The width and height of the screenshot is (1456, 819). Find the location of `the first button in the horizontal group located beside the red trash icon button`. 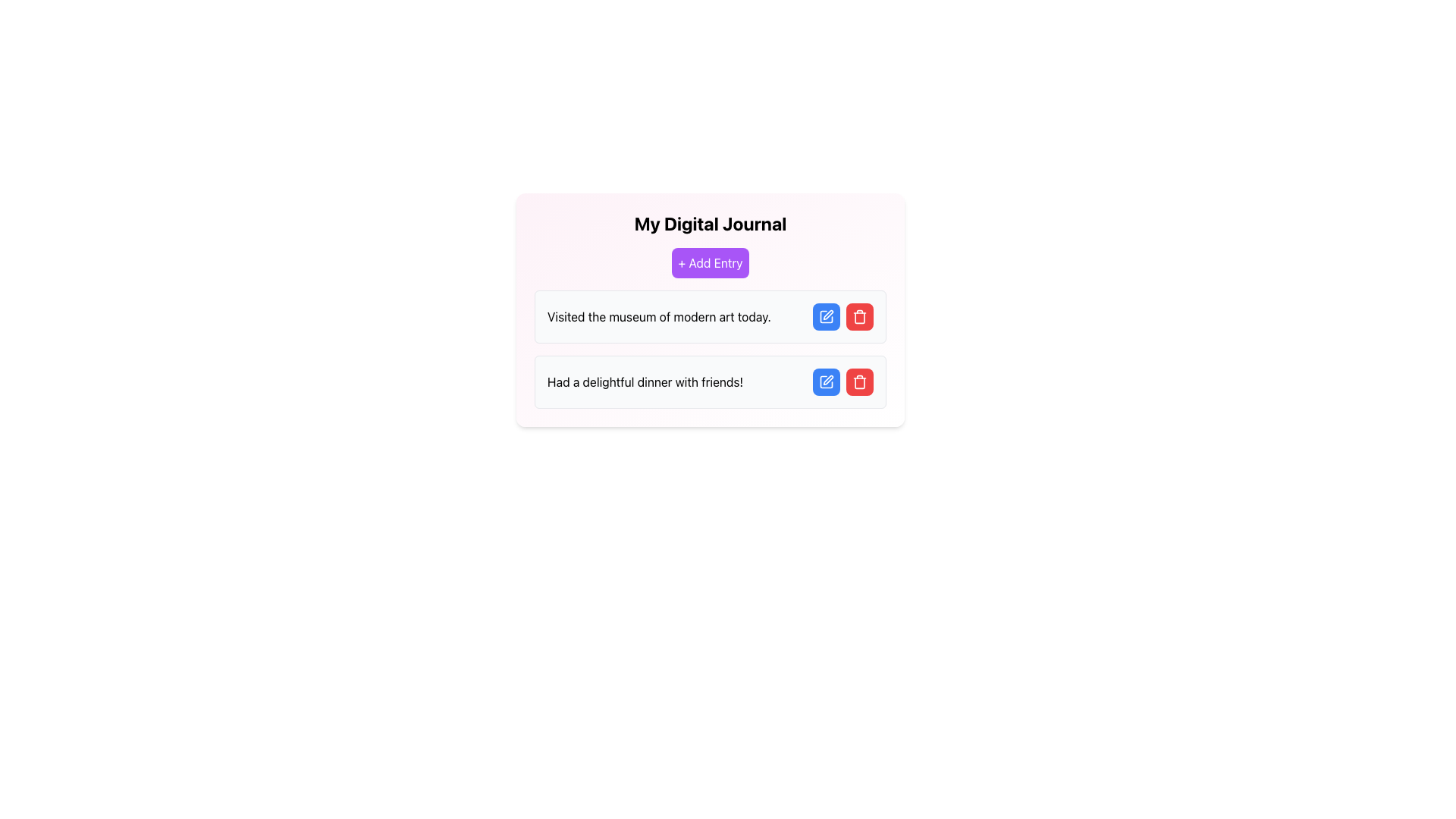

the first button in the horizontal group located beside the red trash icon button is located at coordinates (825, 381).